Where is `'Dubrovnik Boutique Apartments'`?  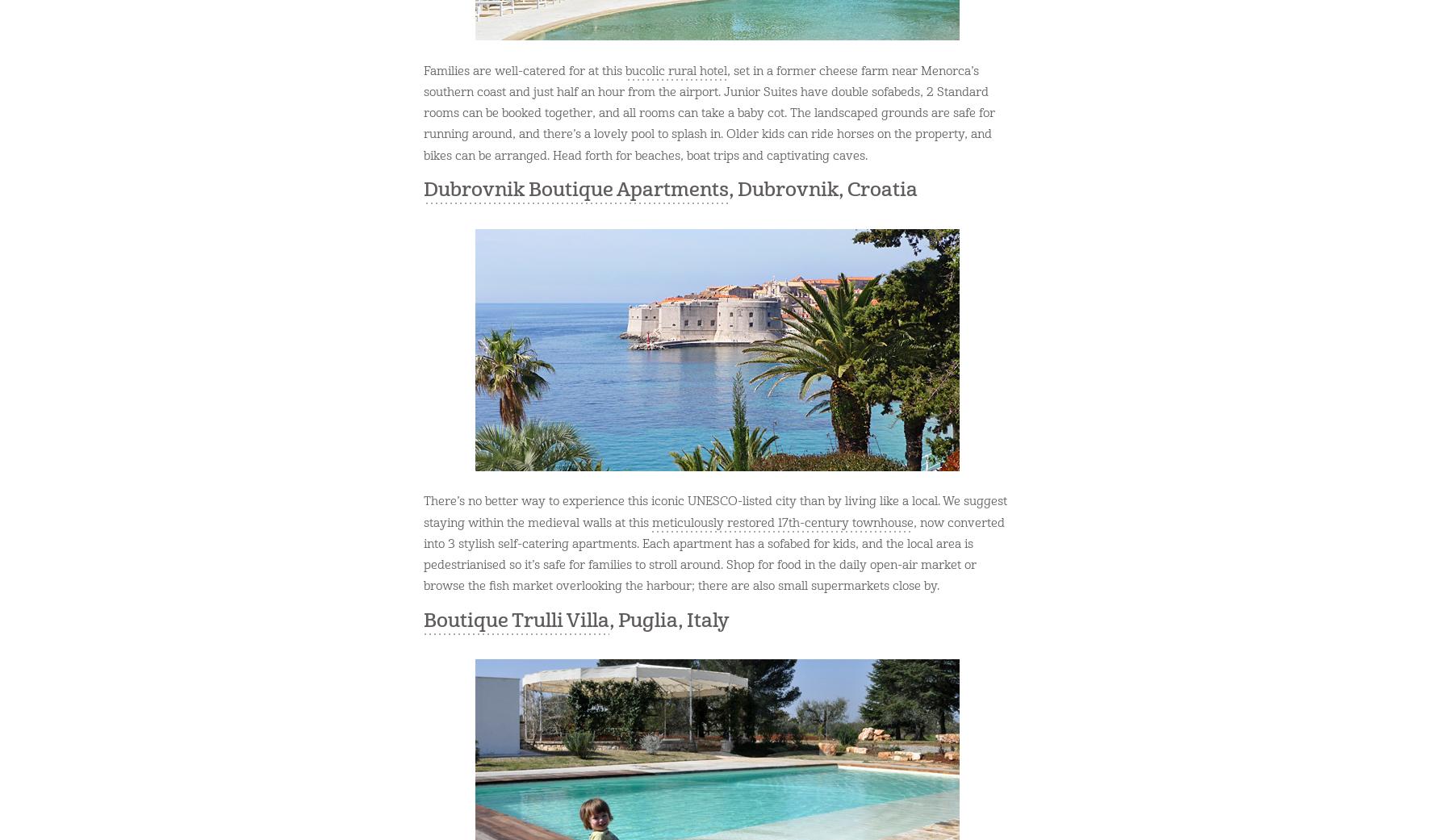 'Dubrovnik Boutique Apartments' is located at coordinates (424, 188).